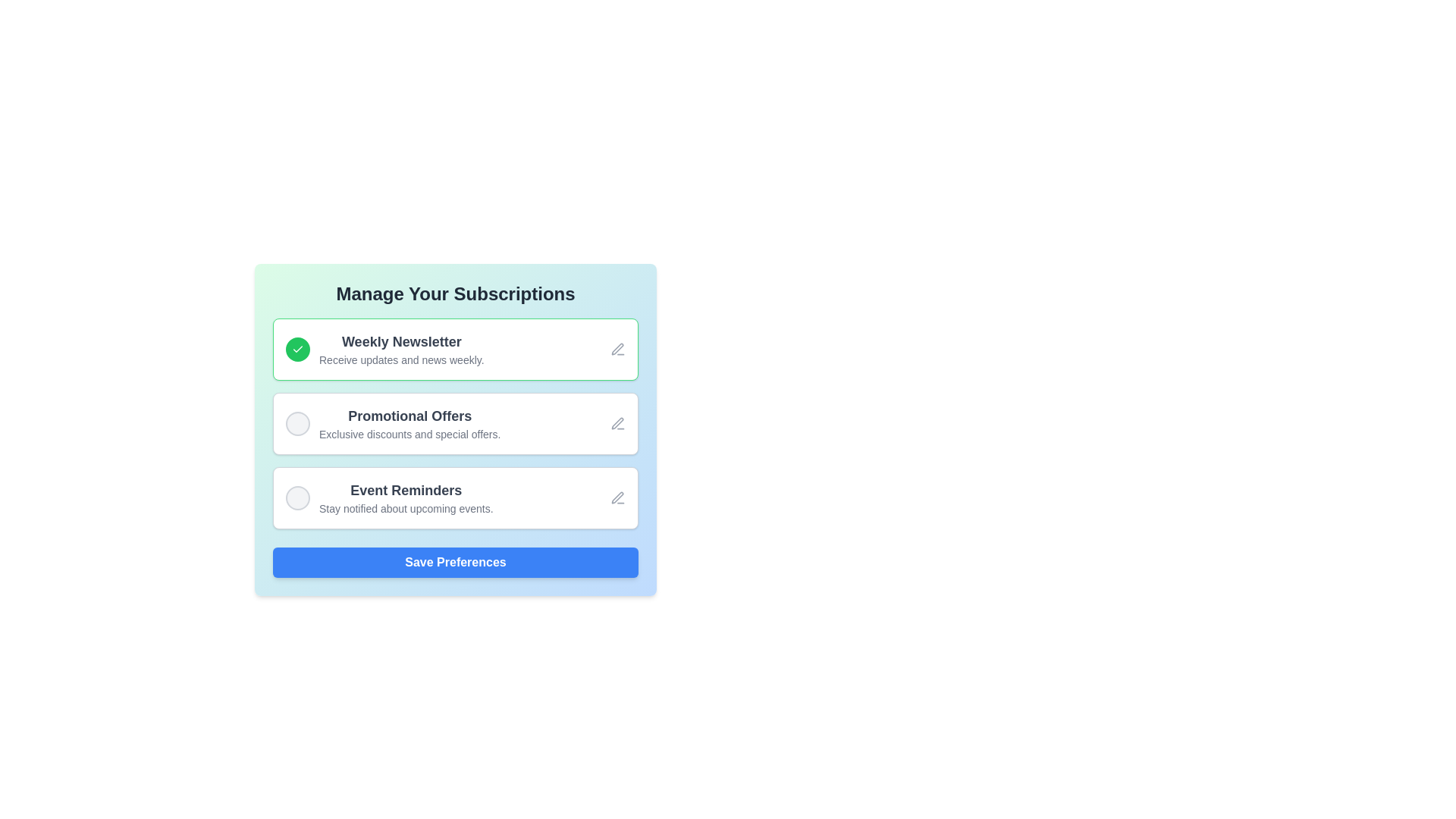 The height and width of the screenshot is (819, 1456). I want to click on the 'Event Reminders' label, which is styled with a larger, bold font in dark gray and positioned in a light blue background within the subscription management interface, so click(406, 491).